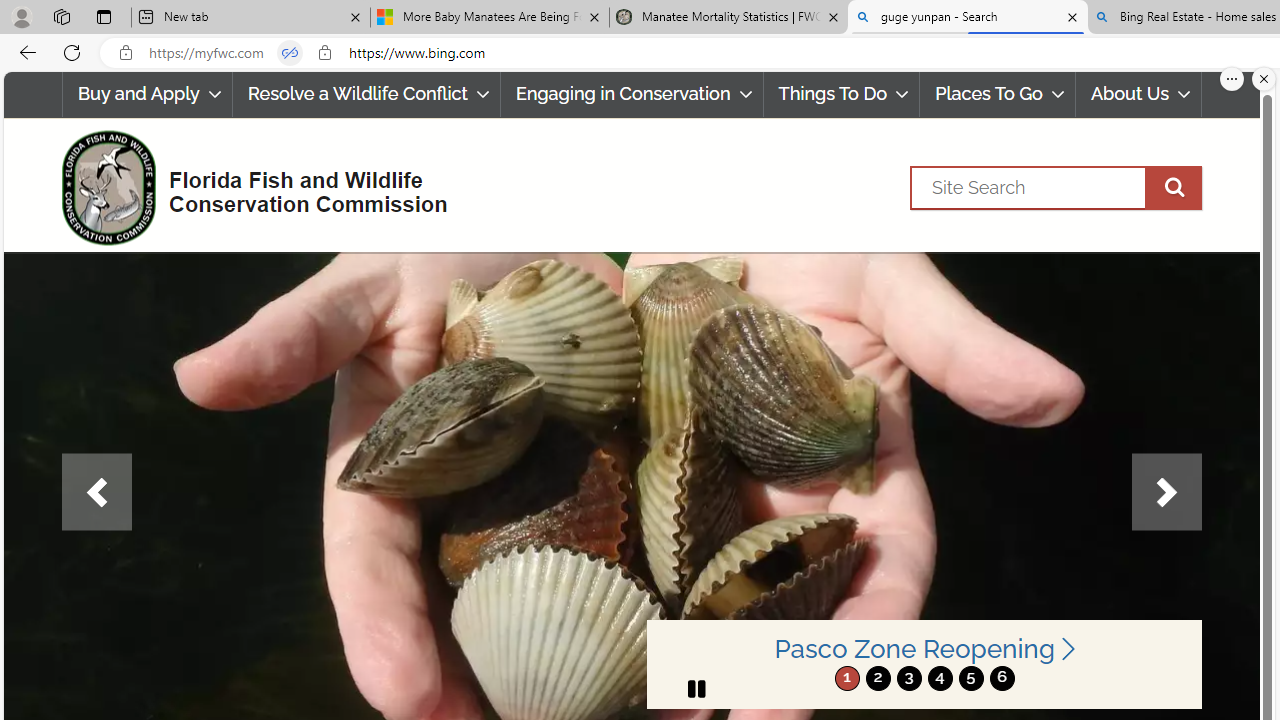  I want to click on 'Next', so click(1166, 492).